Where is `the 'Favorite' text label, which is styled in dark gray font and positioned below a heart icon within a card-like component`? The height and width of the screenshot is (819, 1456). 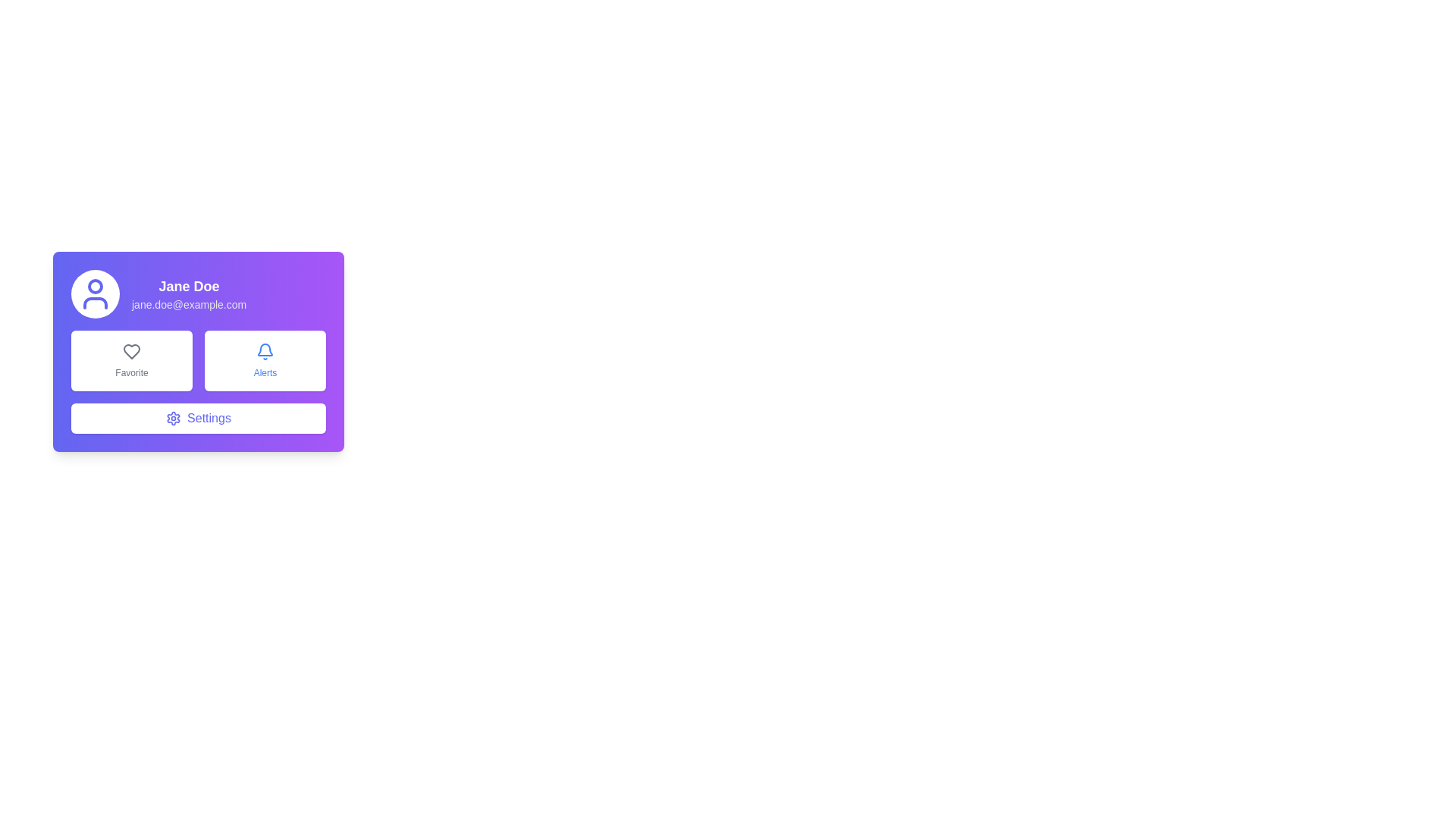 the 'Favorite' text label, which is styled in dark gray font and positioned below a heart icon within a card-like component is located at coordinates (131, 373).